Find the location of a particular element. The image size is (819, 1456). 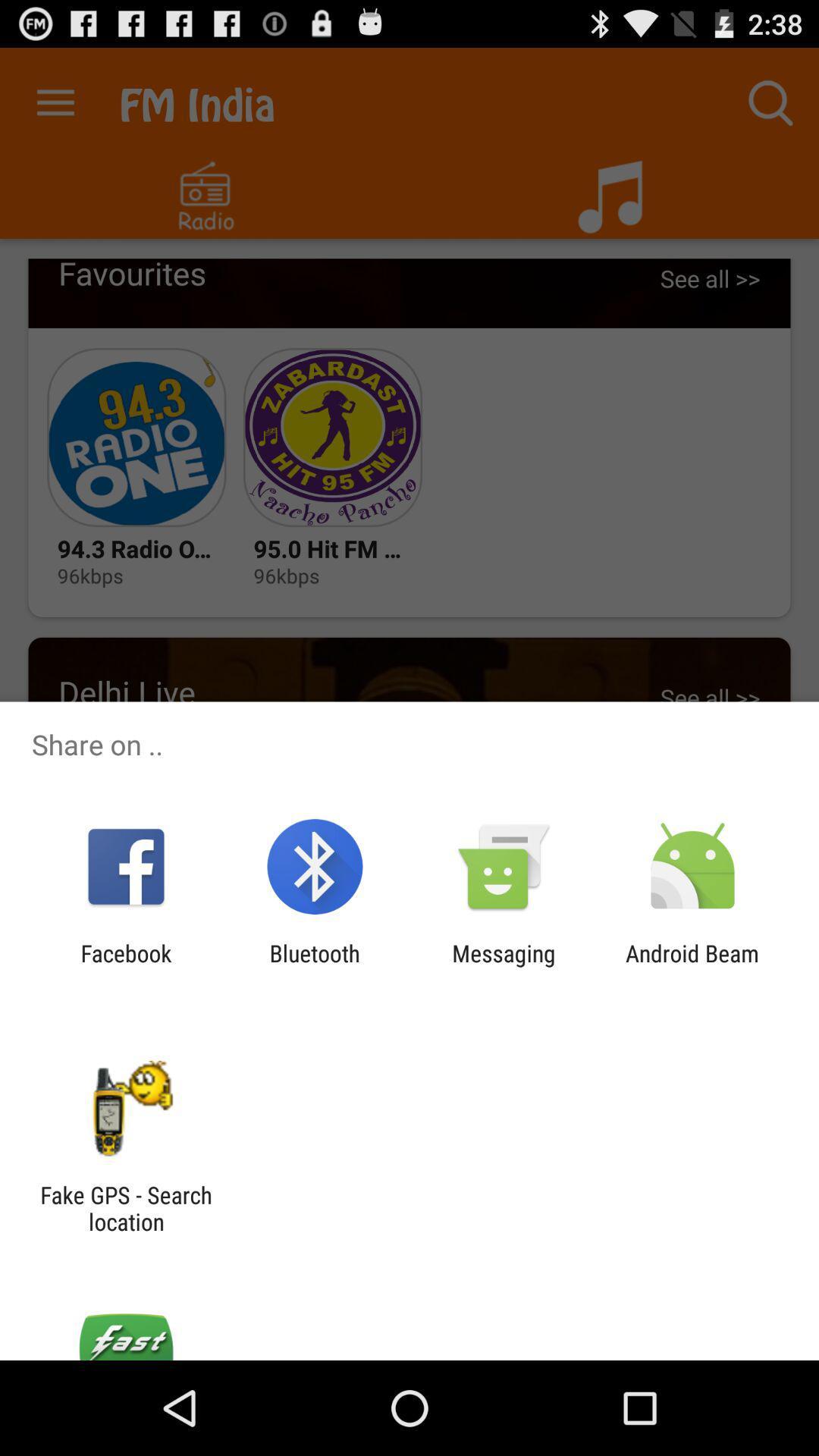

the icon next to the messaging item is located at coordinates (314, 966).